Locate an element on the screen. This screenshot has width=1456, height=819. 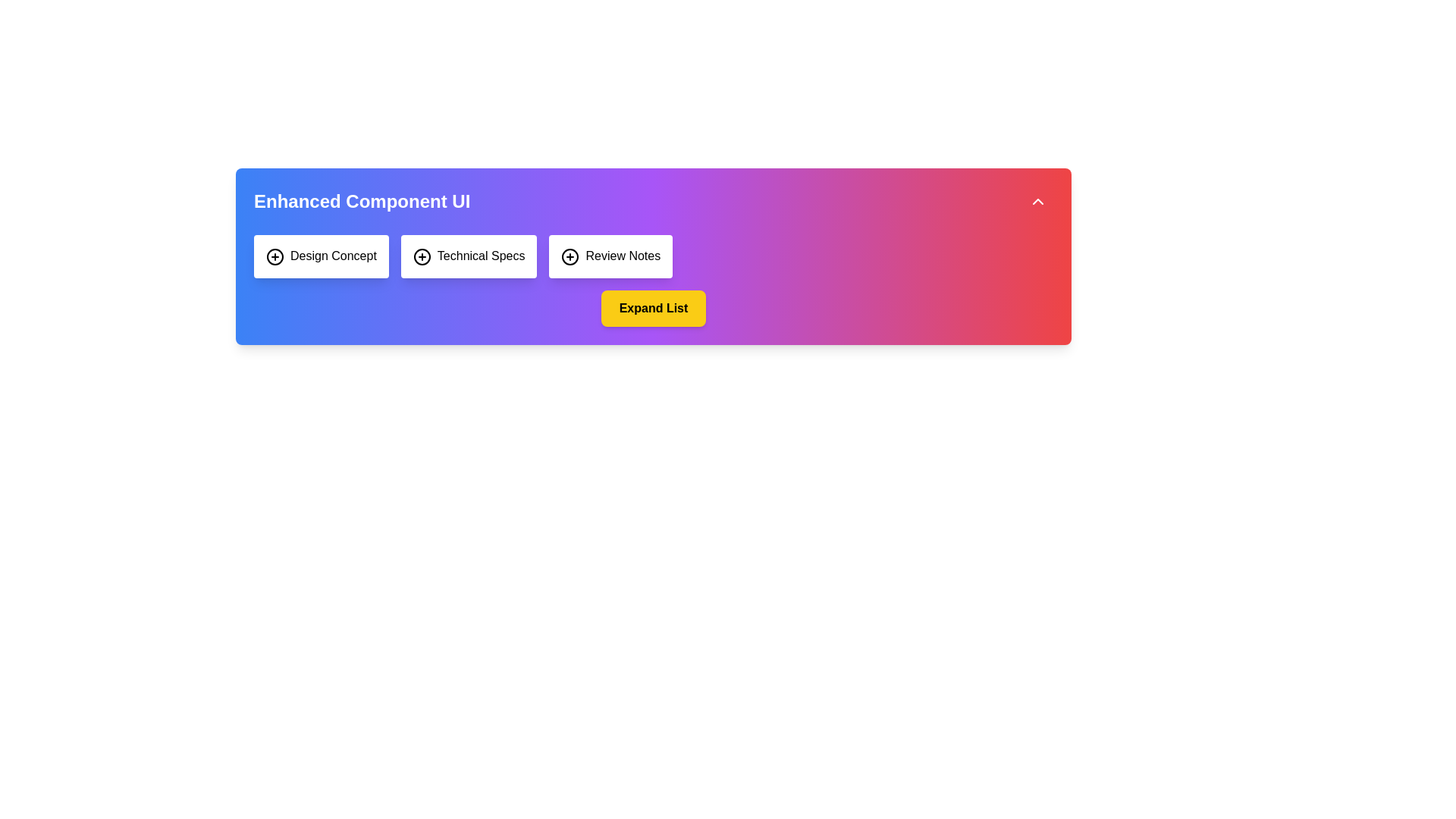
the button with a yellow background and bold black text reading 'Expand List' is located at coordinates (654, 307).